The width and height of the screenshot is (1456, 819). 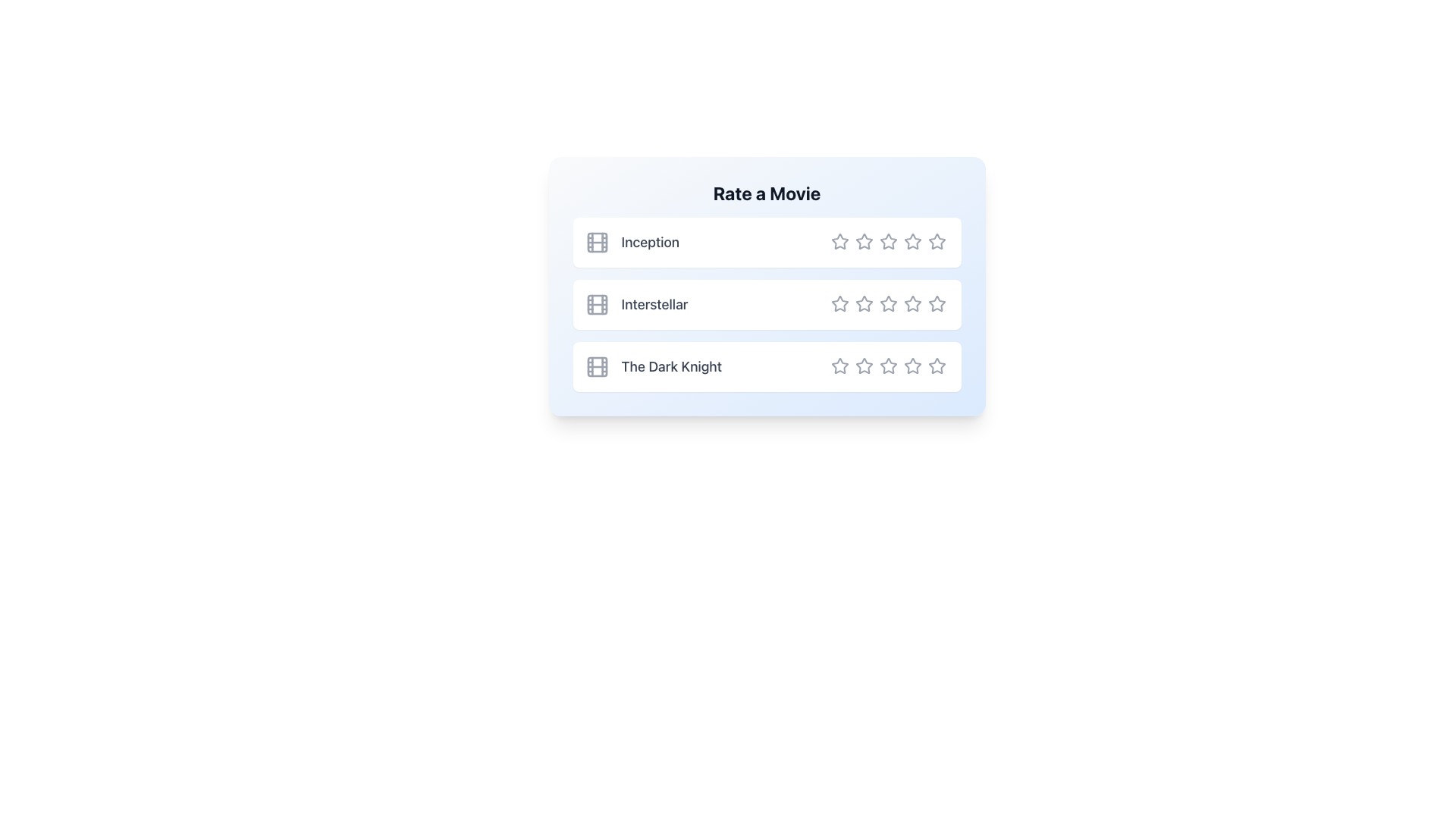 I want to click on the first star-shaped icon in the rating interface for the movie 'Inception' to rate it 1 star, so click(x=839, y=240).